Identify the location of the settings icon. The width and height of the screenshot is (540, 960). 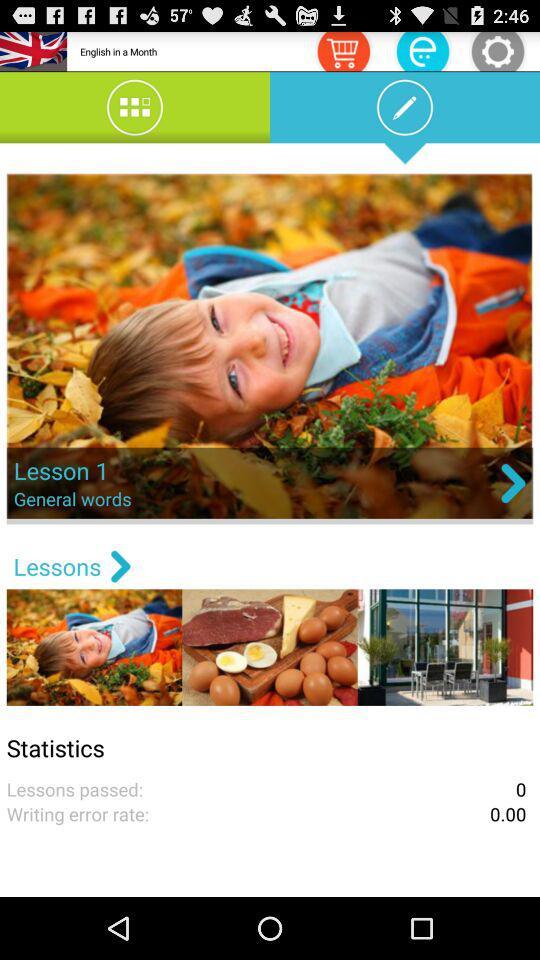
(496, 53).